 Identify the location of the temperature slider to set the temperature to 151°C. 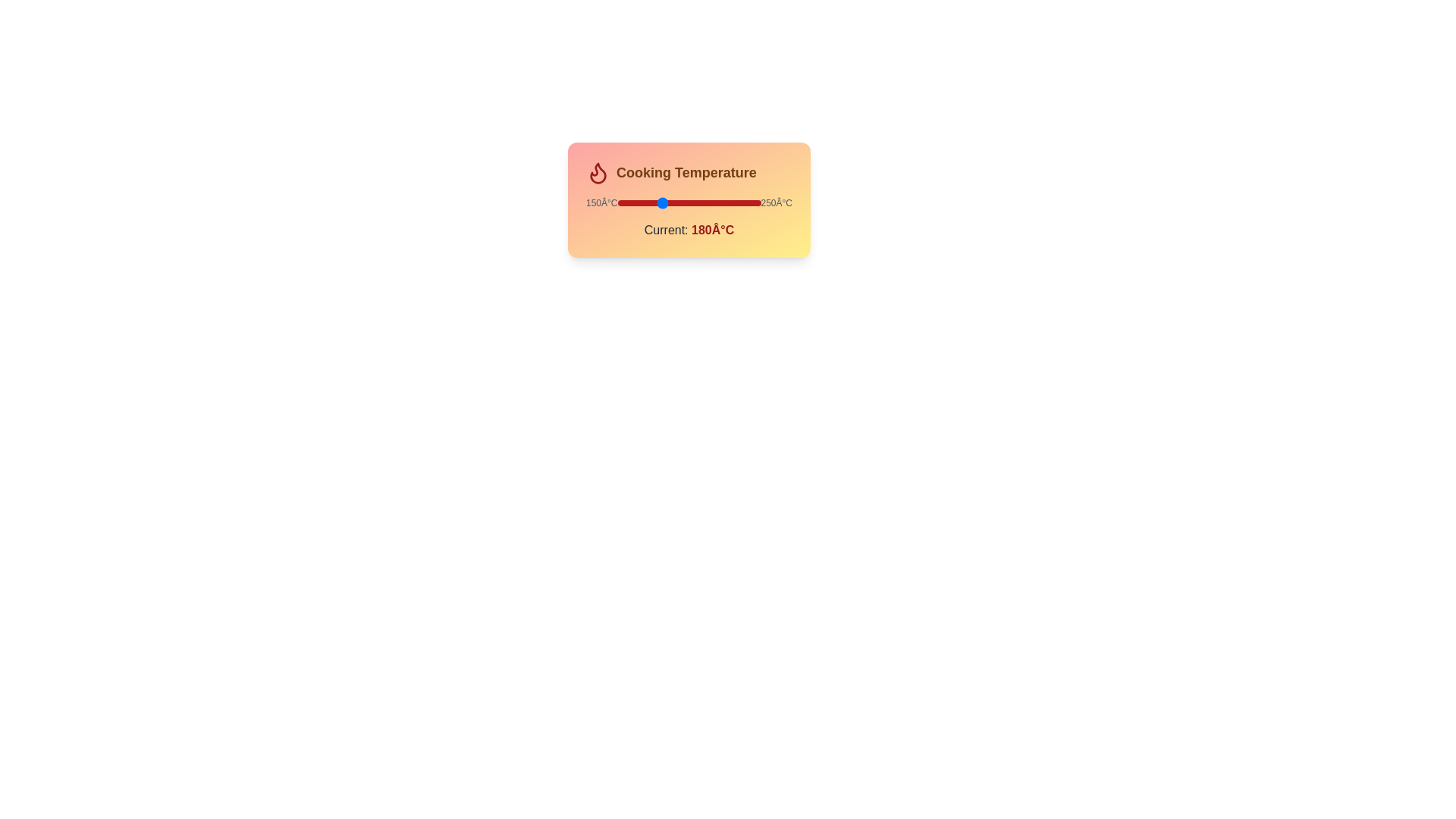
(619, 202).